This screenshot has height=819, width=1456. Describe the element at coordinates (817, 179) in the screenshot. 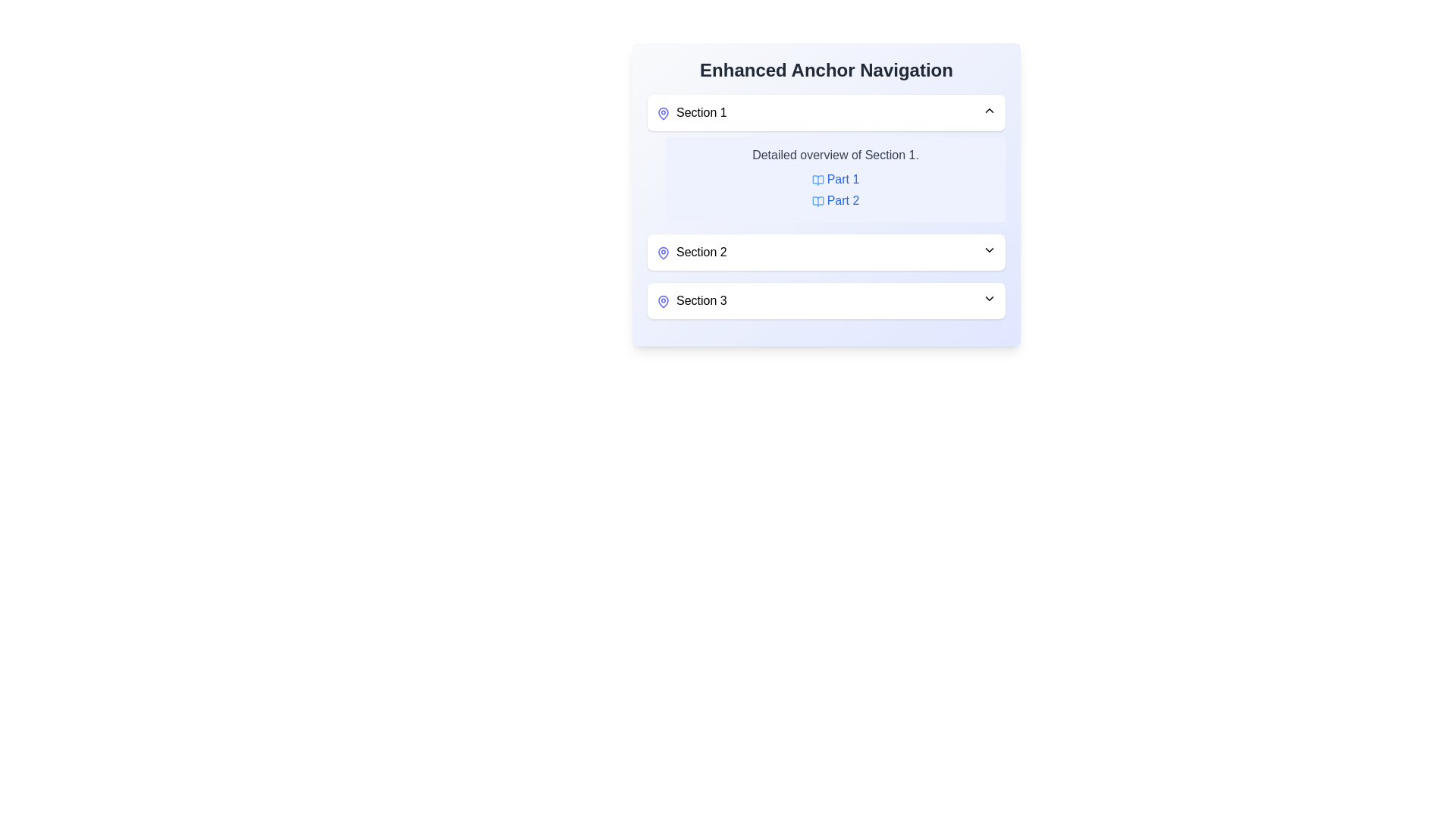

I see `icon that visually represents 'Part 1', located inside the hyperlink labeled 'Part 1' in 'Section 1', at the left side of the clickable text` at that location.